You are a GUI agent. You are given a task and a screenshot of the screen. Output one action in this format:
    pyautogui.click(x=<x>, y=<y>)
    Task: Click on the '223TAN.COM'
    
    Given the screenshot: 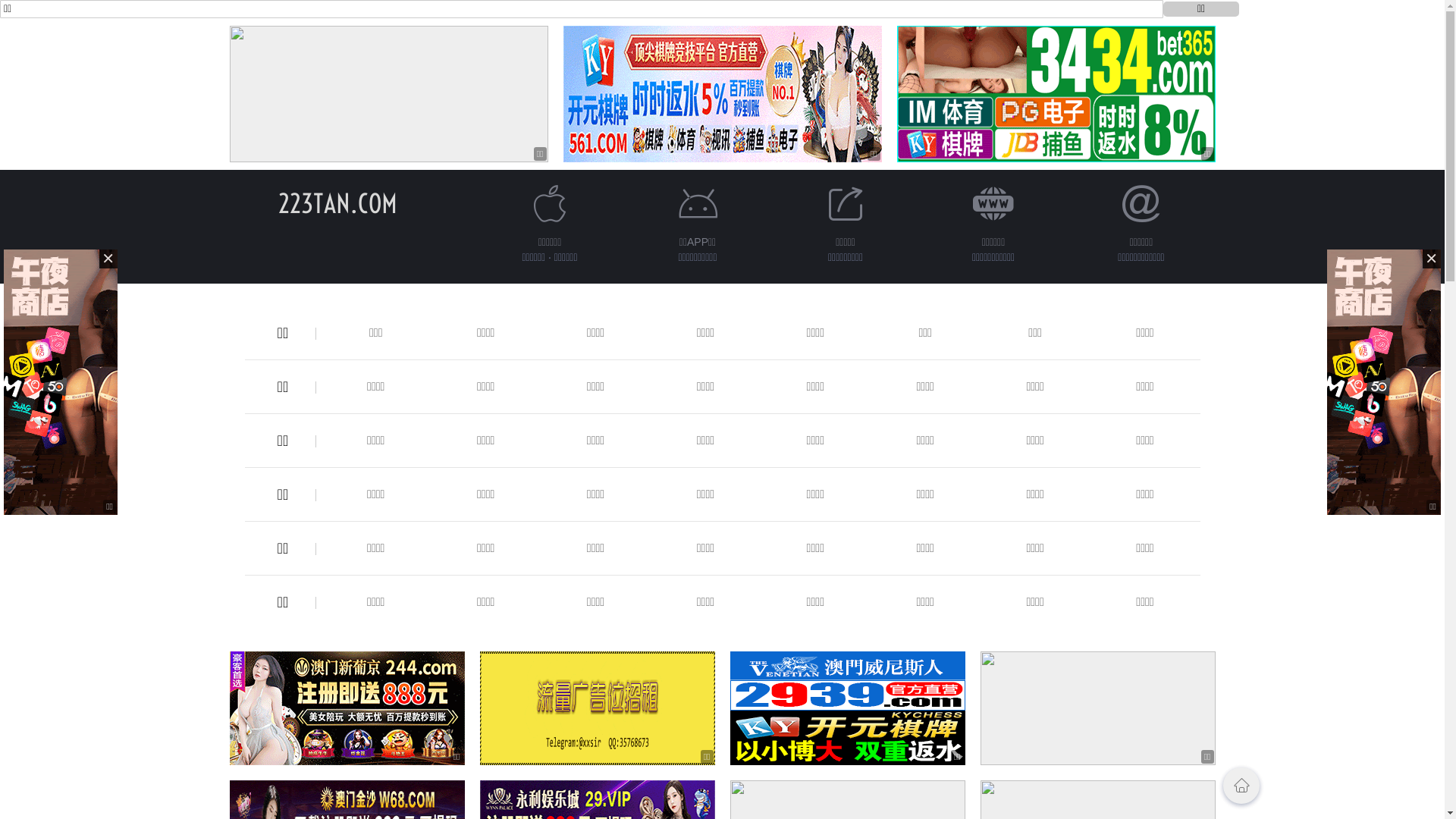 What is the action you would take?
    pyautogui.click(x=278, y=202)
    